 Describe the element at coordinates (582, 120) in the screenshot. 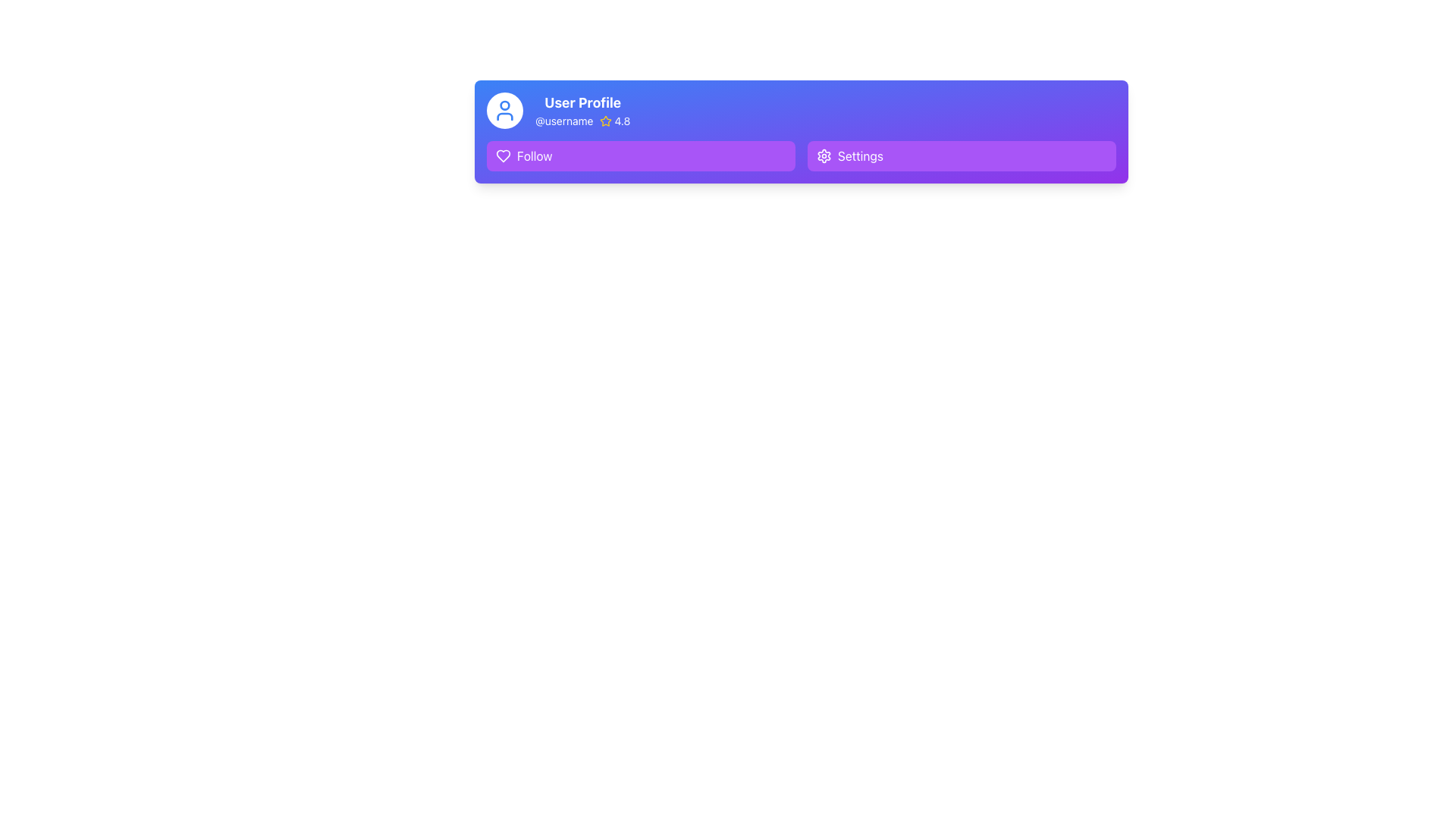

I see `contents of the Composite element displaying the username '@username', a star icon, and the numeric rating '4.8', located beneath the 'User Profile' header` at that location.